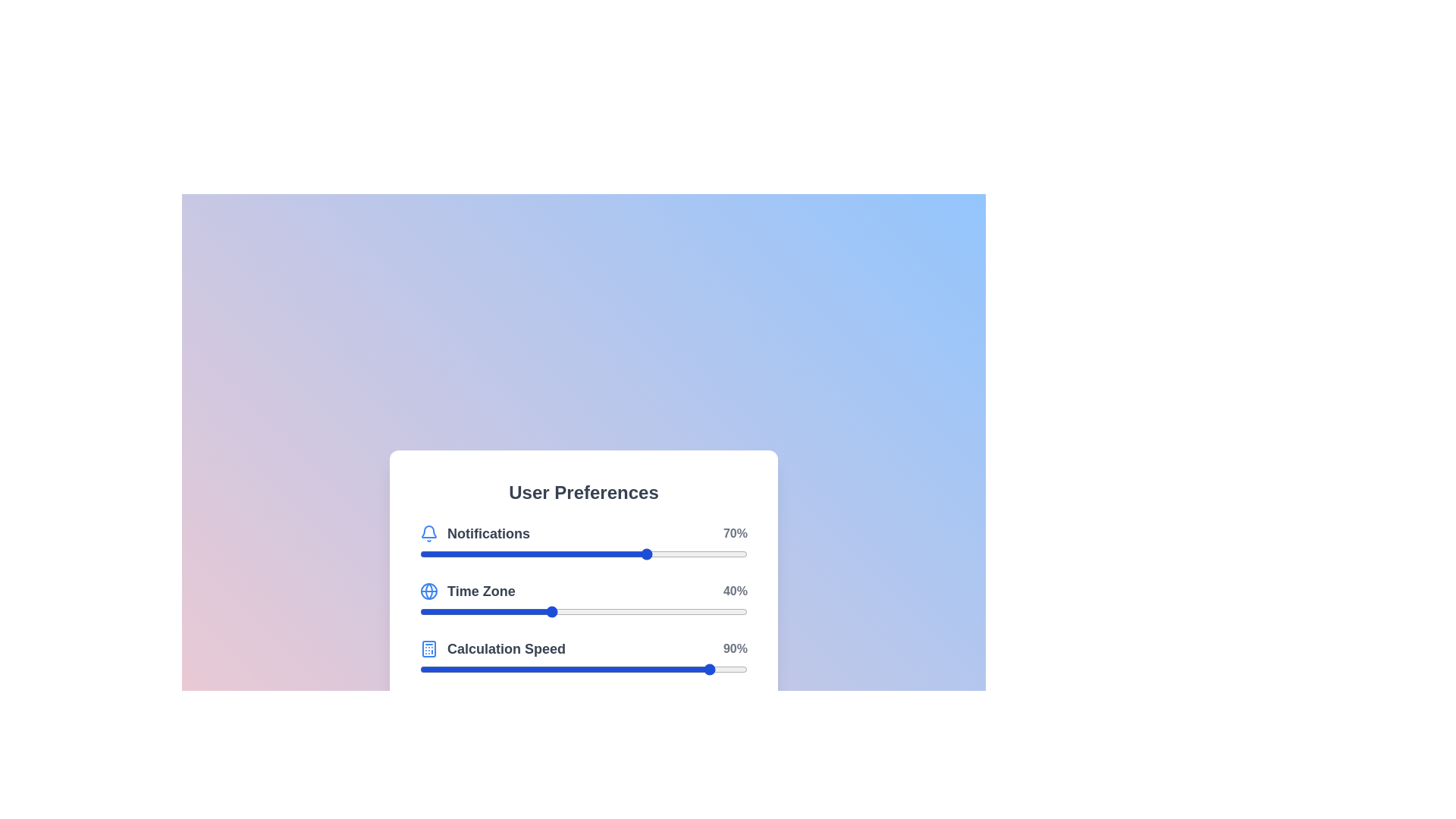 This screenshot has height=819, width=1456. Describe the element at coordinates (557, 610) in the screenshot. I see `the 'Time Zone' slider to 42% by dragging the slider to the corresponding position` at that location.